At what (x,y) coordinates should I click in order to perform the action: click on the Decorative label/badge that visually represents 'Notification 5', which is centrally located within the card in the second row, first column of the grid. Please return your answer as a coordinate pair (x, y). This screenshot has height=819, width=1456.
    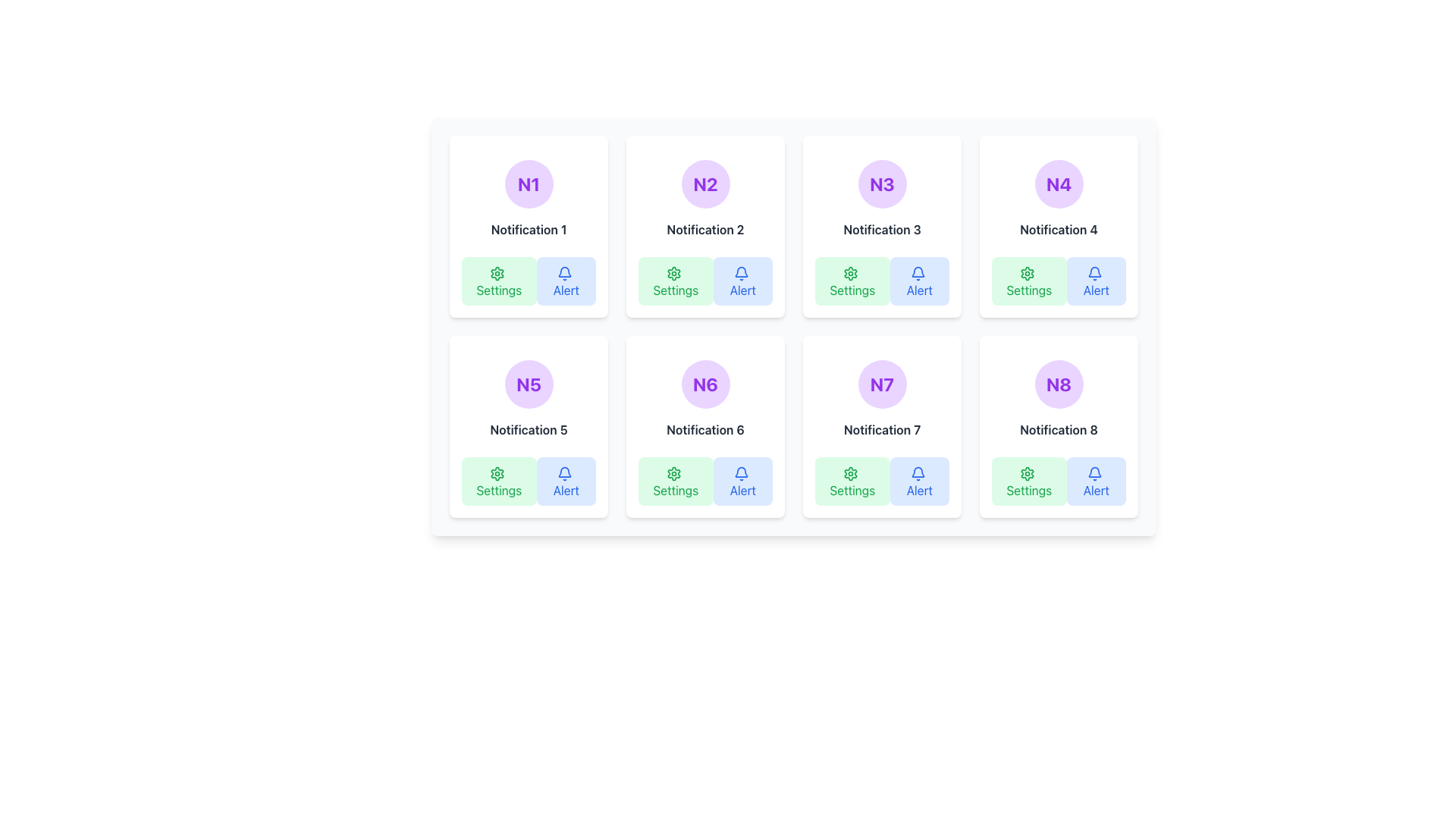
    Looking at the image, I should click on (529, 383).